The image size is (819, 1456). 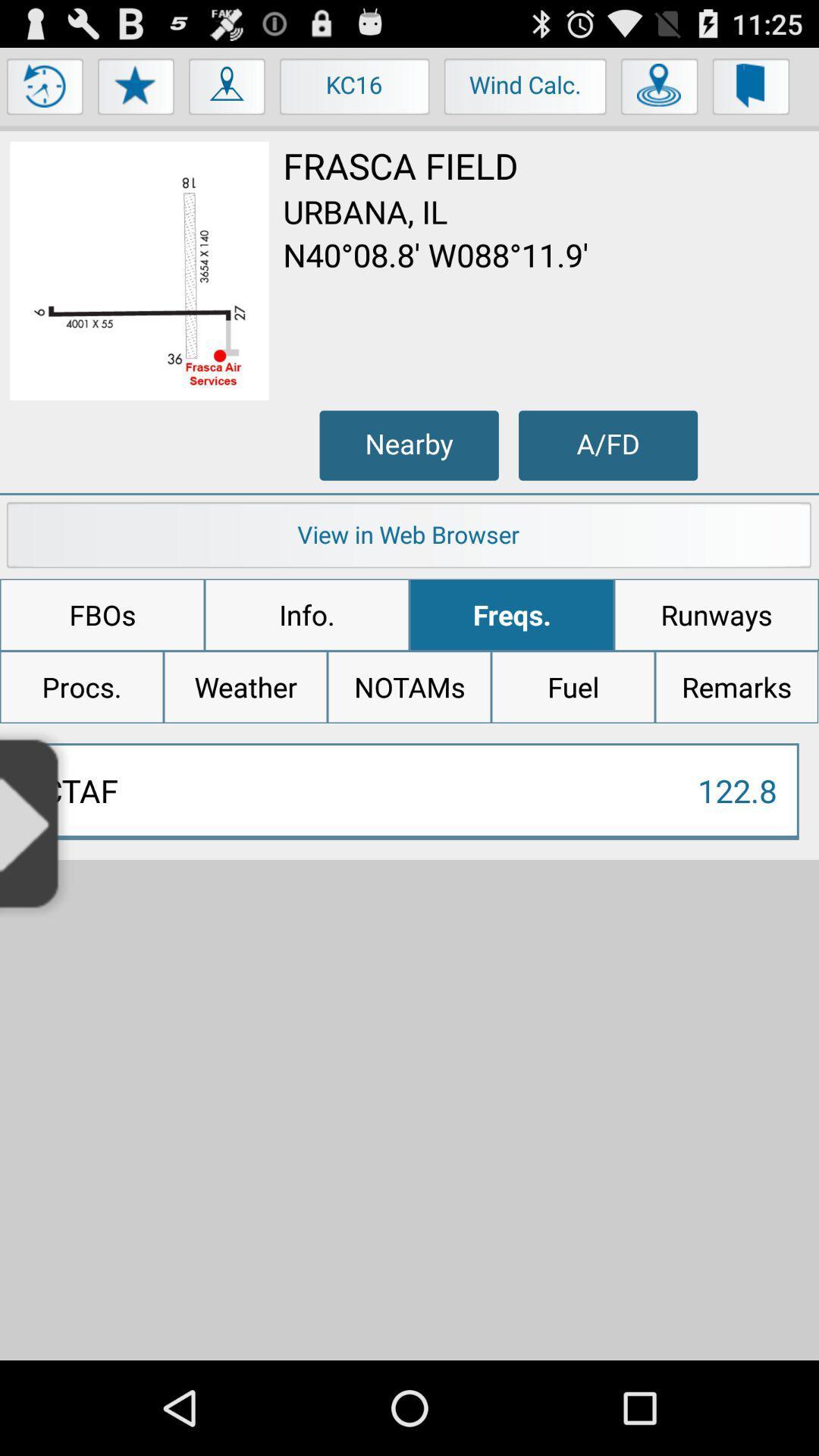 I want to click on the icon below n40 08 8 item, so click(x=408, y=444).